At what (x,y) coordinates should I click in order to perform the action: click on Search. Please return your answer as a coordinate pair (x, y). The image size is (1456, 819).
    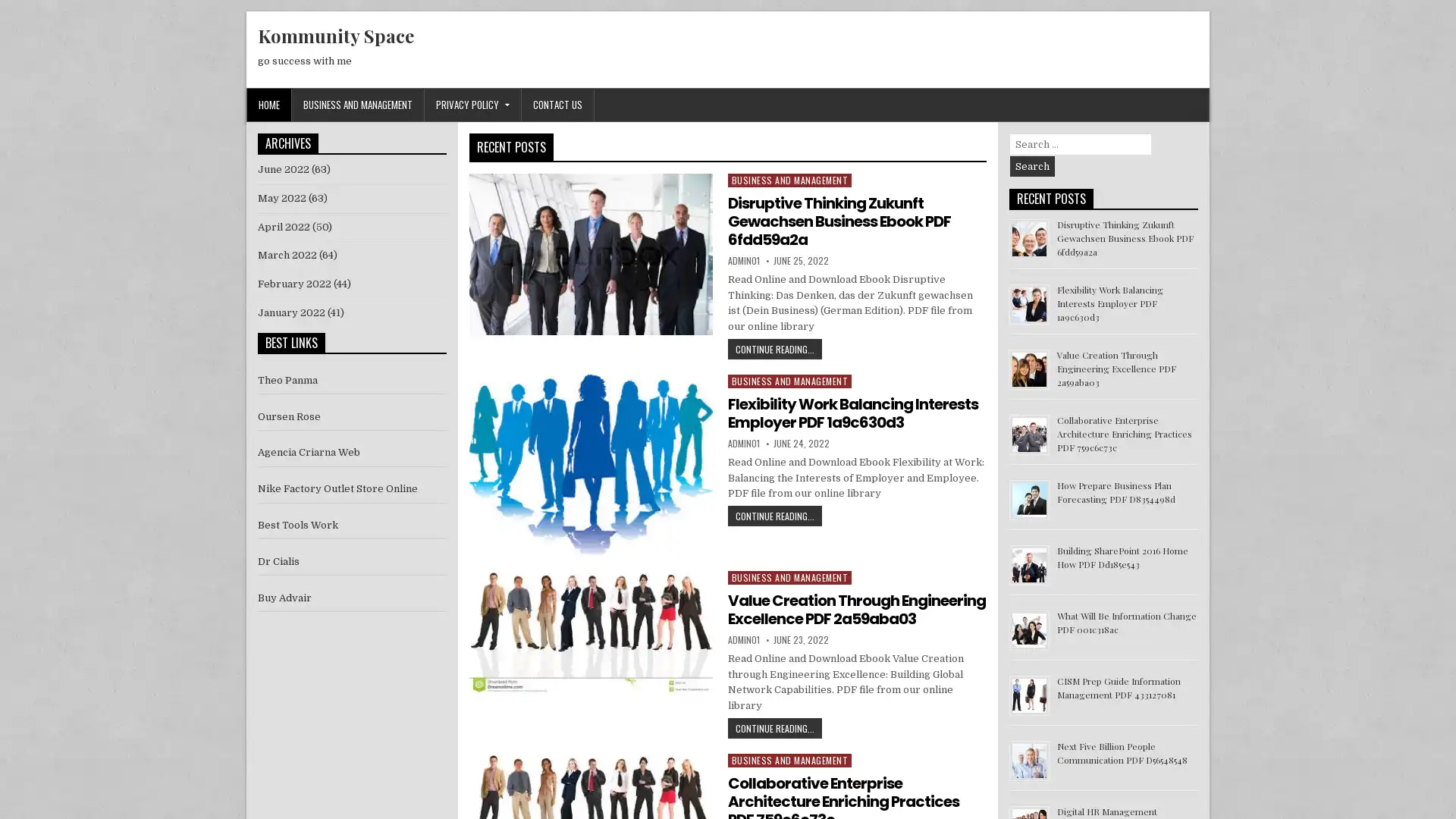
    Looking at the image, I should click on (1031, 166).